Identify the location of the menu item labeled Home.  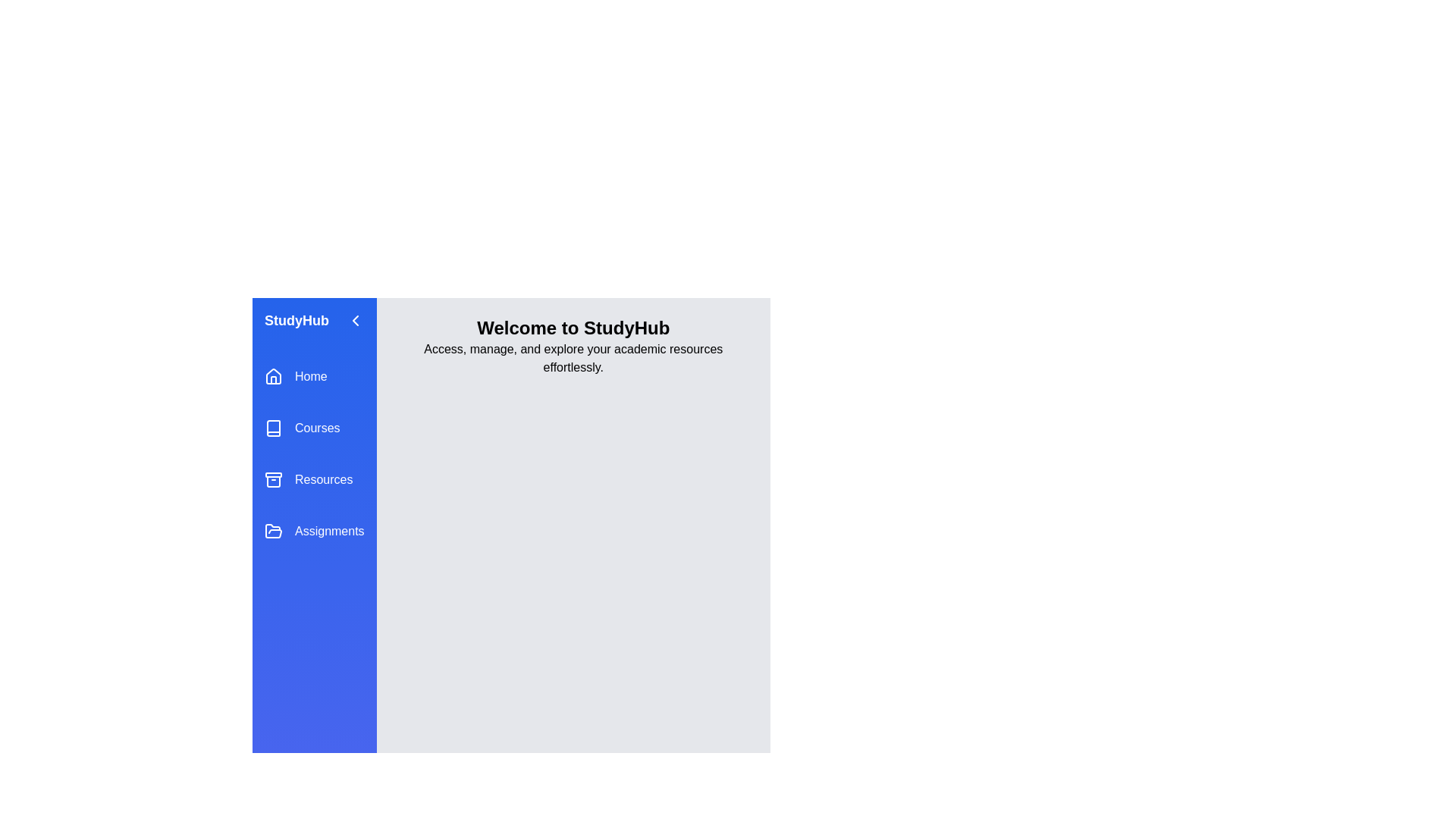
(313, 376).